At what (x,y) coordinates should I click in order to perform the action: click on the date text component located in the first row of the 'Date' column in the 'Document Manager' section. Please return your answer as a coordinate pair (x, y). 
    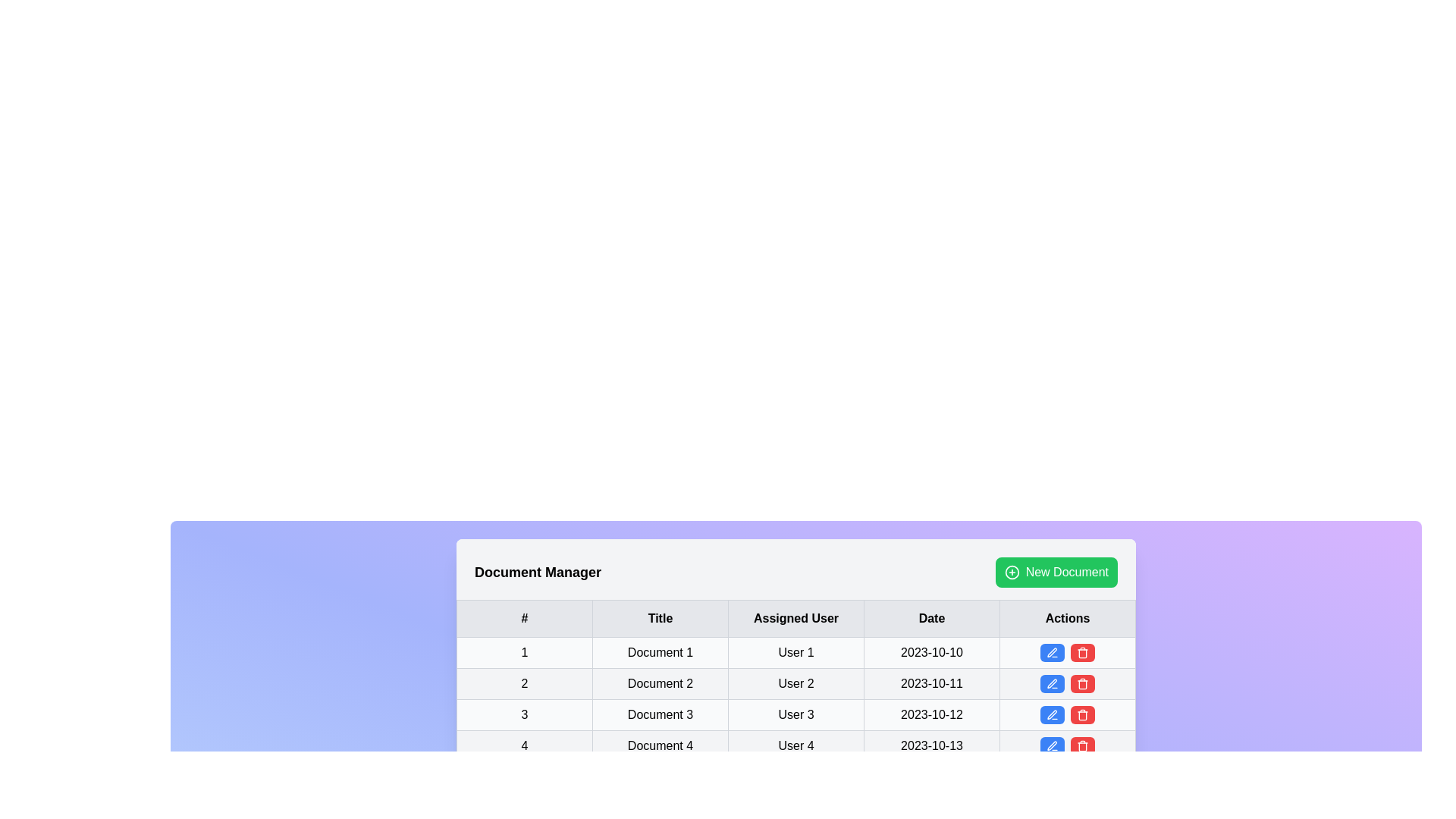
    Looking at the image, I should click on (930, 651).